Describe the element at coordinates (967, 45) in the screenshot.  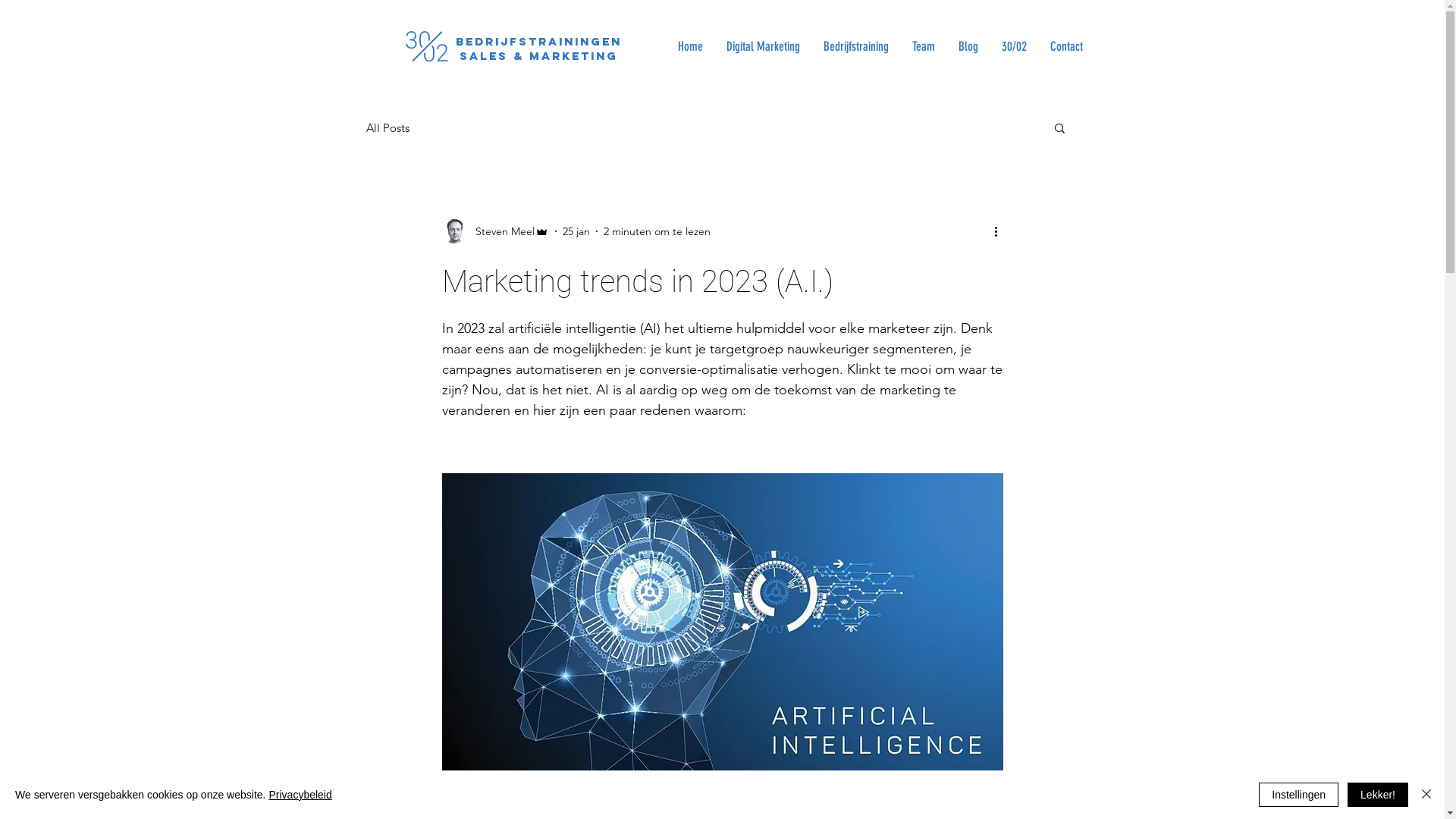
I see `'Blog'` at that location.